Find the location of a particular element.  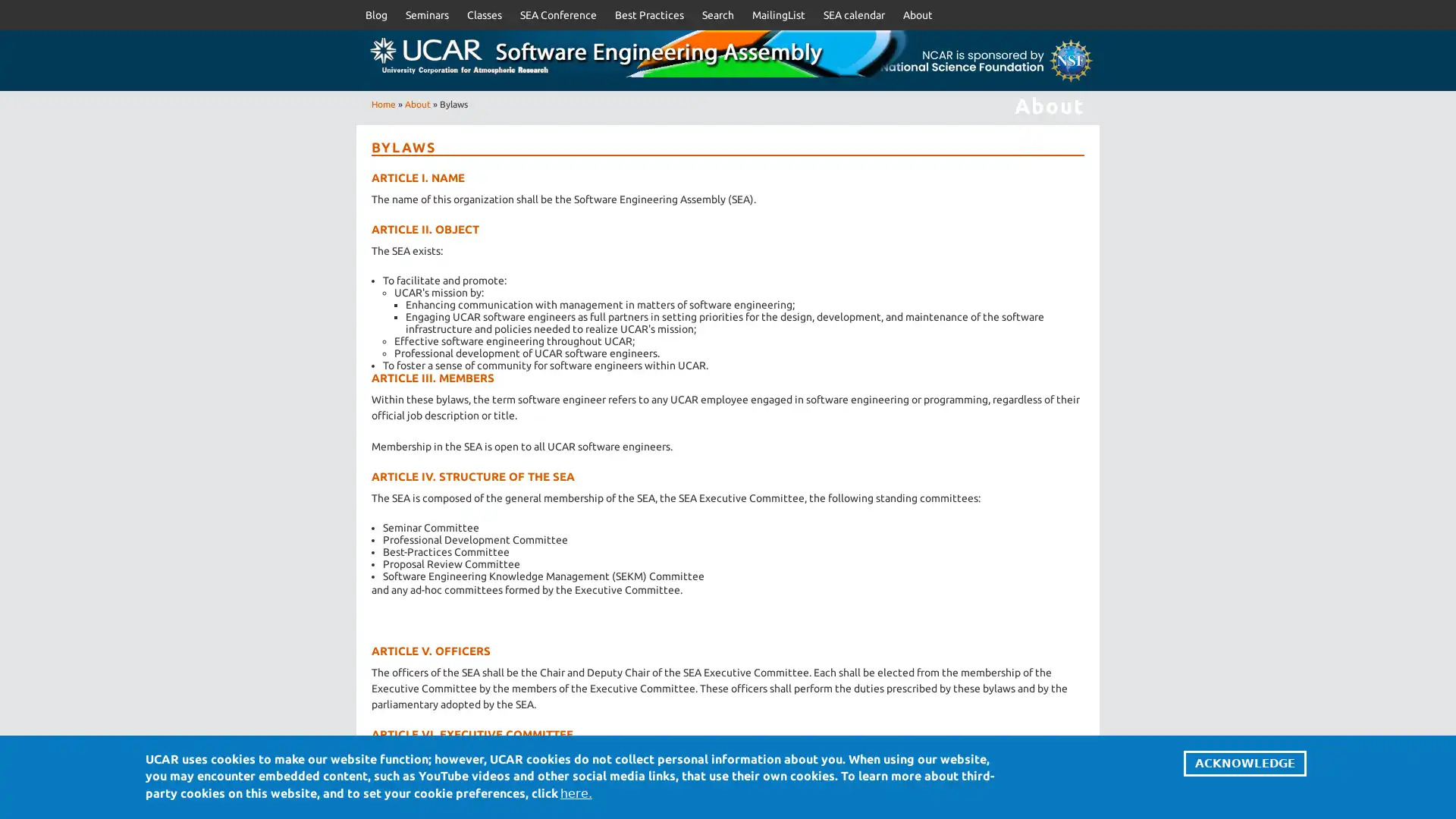

here. is located at coordinates (575, 792).